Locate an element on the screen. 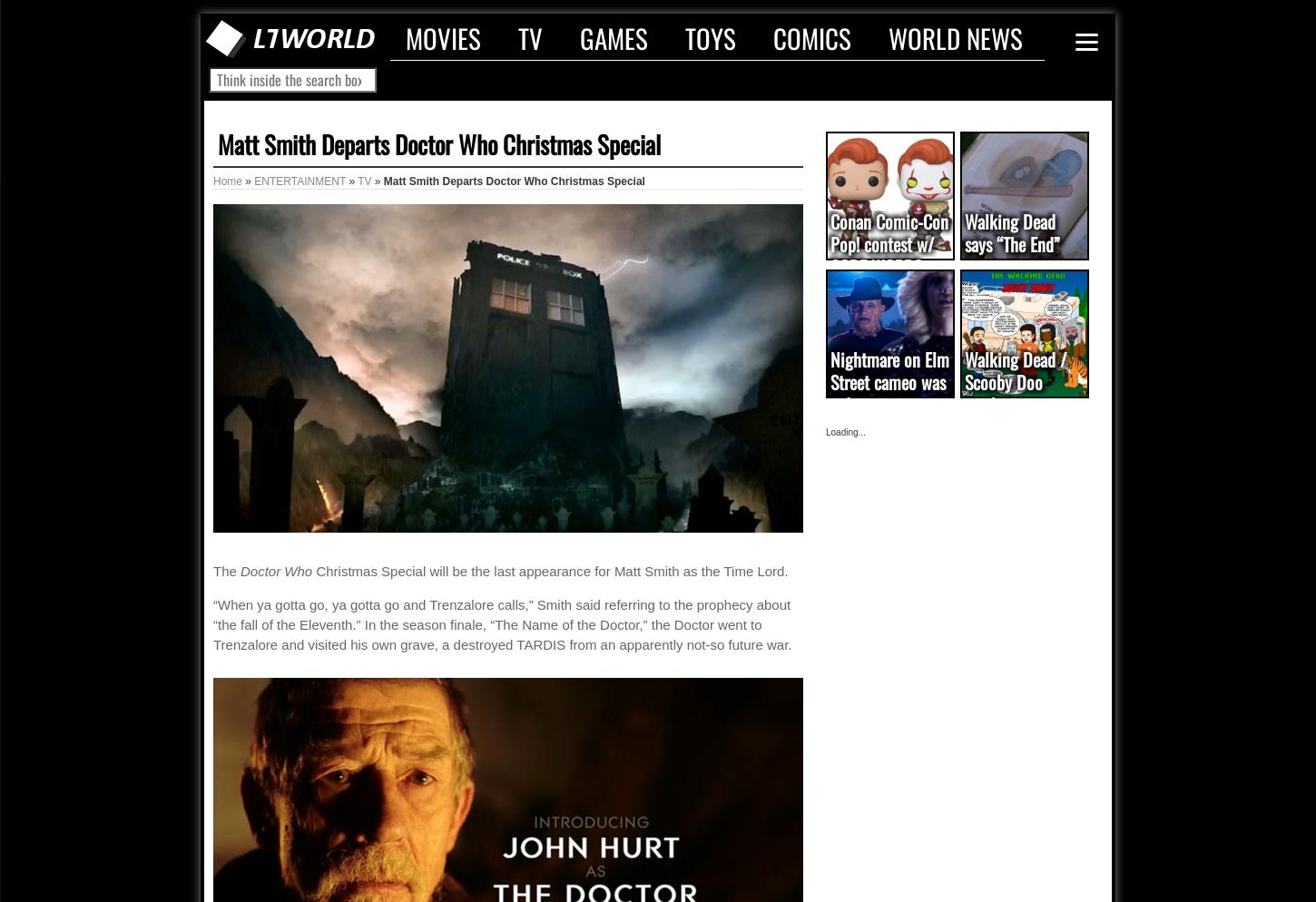  'TOYS' is located at coordinates (711, 36).